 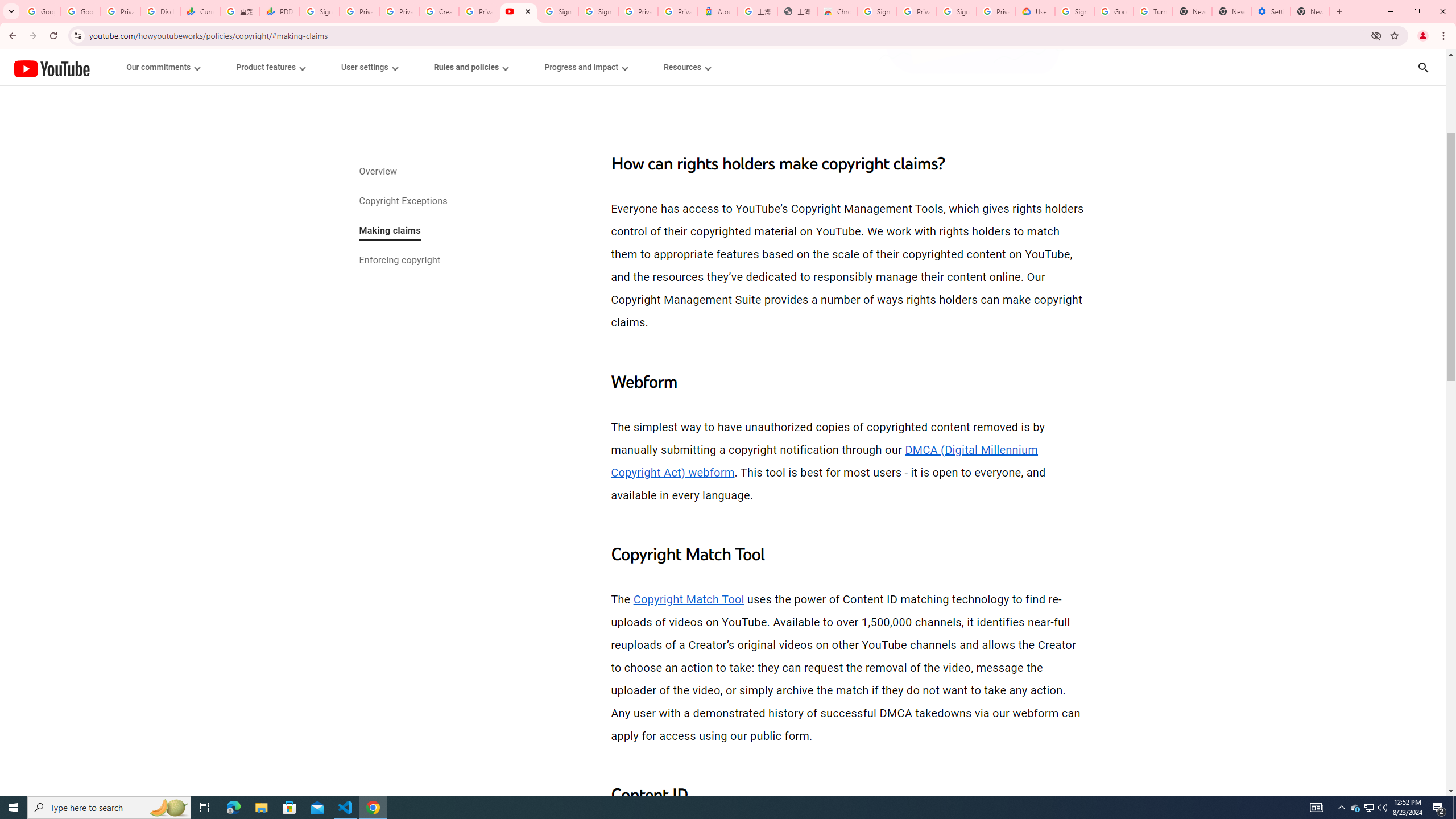 What do you see at coordinates (1310, 11) in the screenshot?
I see `'New Tab'` at bounding box center [1310, 11].